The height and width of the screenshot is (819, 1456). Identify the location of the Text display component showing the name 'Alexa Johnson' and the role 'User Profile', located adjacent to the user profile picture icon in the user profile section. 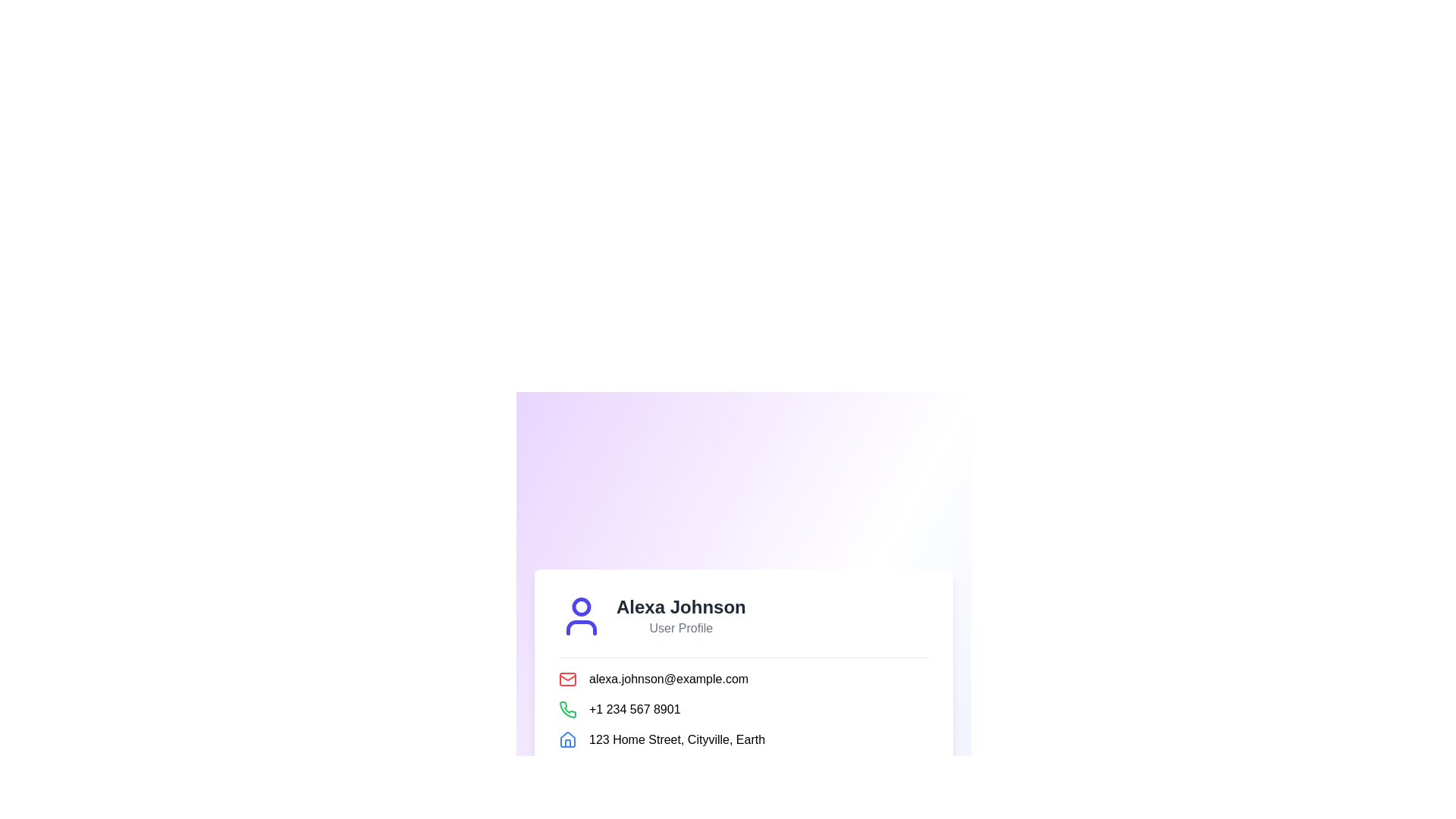
(680, 616).